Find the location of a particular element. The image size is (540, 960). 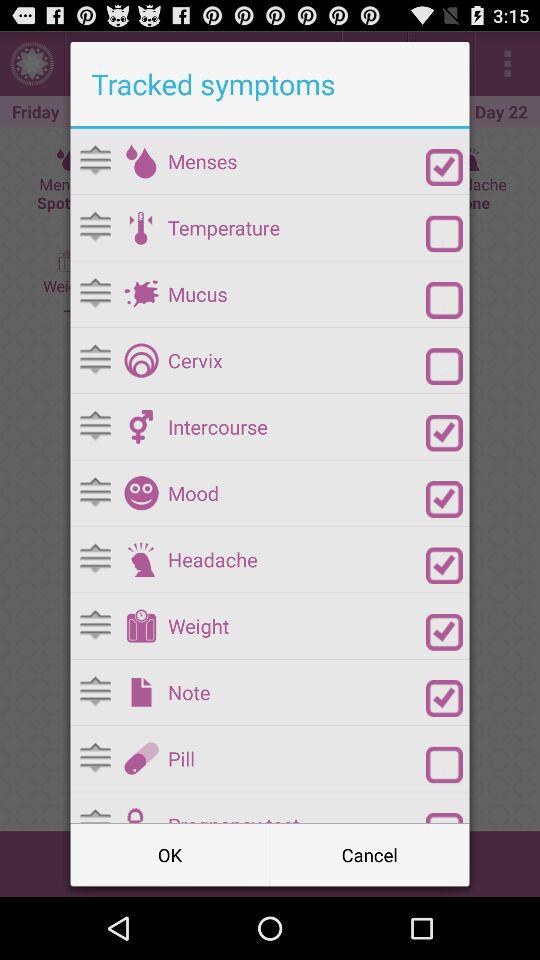

headache checkbox is located at coordinates (444, 565).